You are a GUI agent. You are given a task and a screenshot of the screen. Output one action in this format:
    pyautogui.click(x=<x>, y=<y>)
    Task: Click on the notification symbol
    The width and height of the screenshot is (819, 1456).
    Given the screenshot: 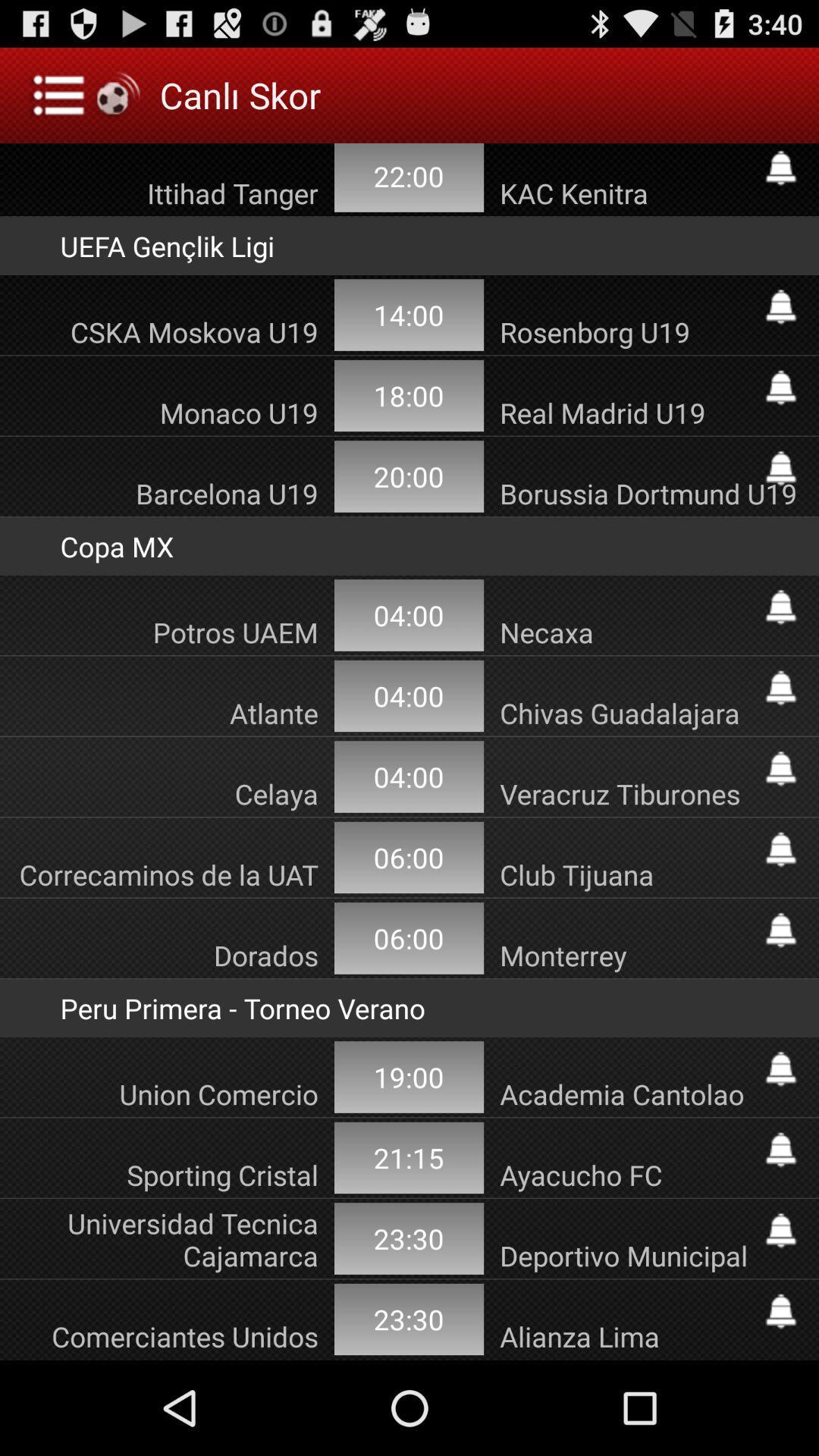 What is the action you would take?
    pyautogui.click(x=780, y=607)
    